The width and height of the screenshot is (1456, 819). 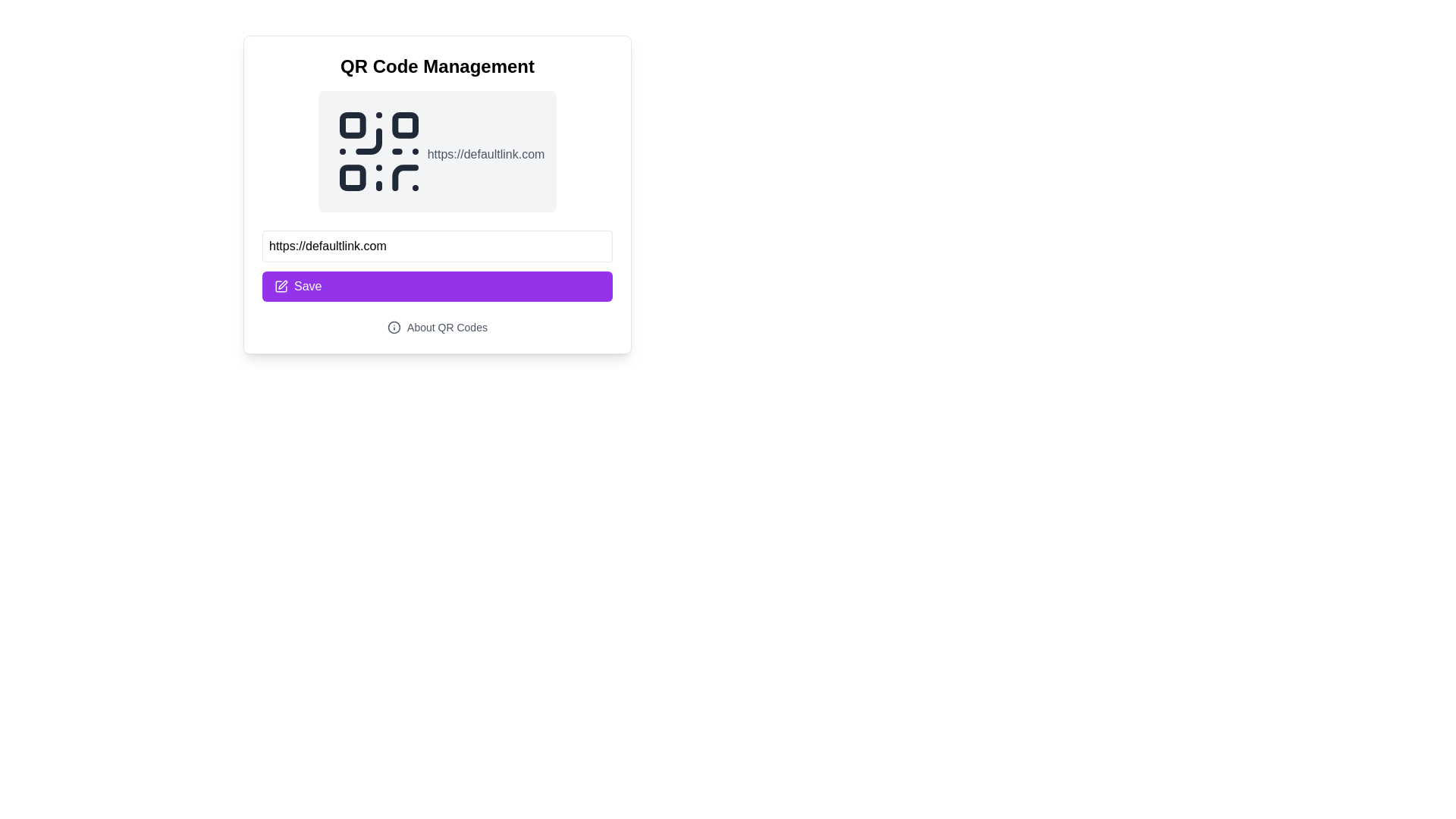 I want to click on the second square in the top row of the QR code, which is part of the QR code graphic used for data scanning, so click(x=405, y=124).